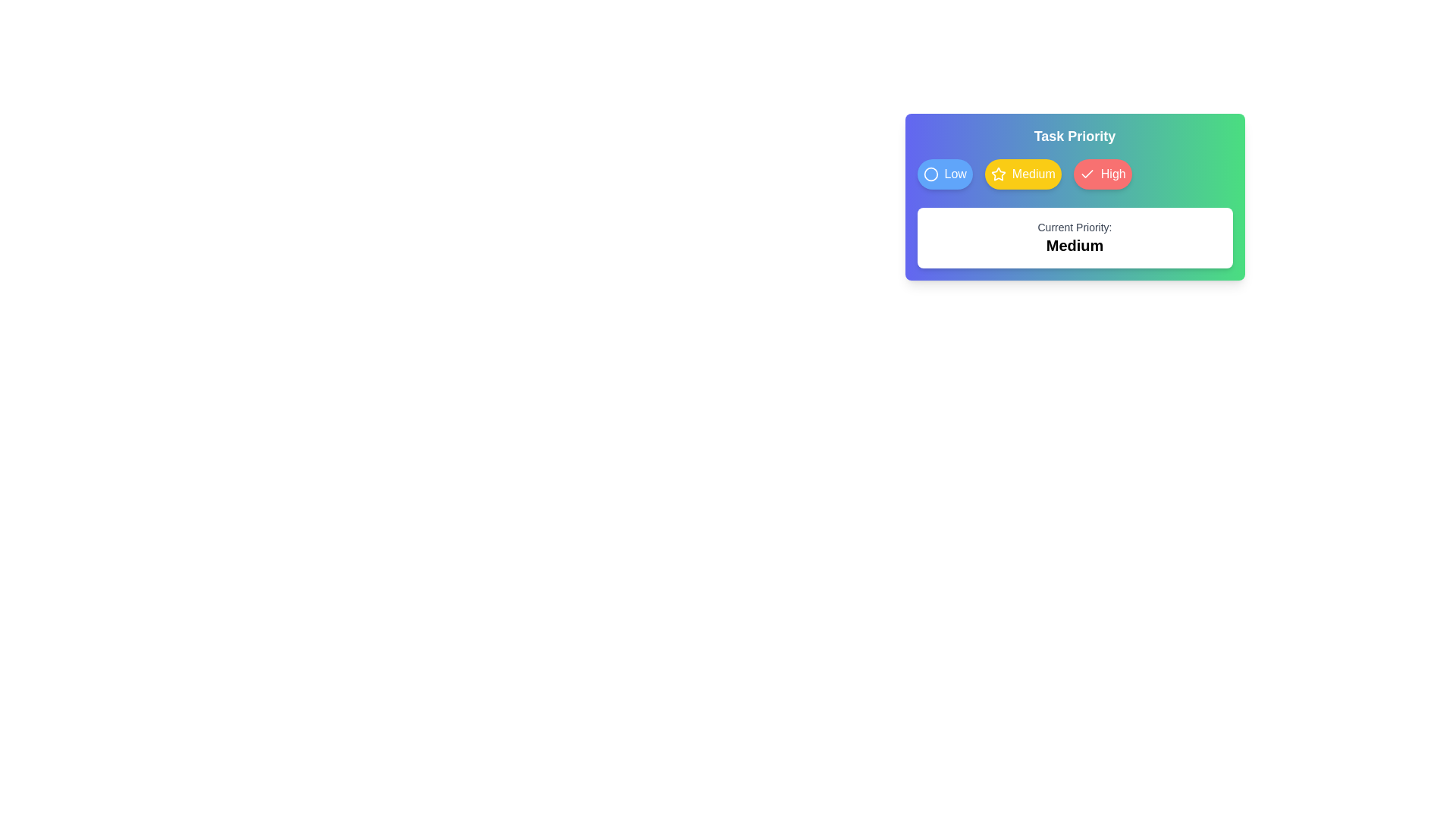 This screenshot has height=819, width=1456. What do you see at coordinates (998, 174) in the screenshot?
I see `the star icon inside the yellow circular button labeled 'Medium', which is the leftmost part of the button in the group between 'Low' and 'High'` at bounding box center [998, 174].